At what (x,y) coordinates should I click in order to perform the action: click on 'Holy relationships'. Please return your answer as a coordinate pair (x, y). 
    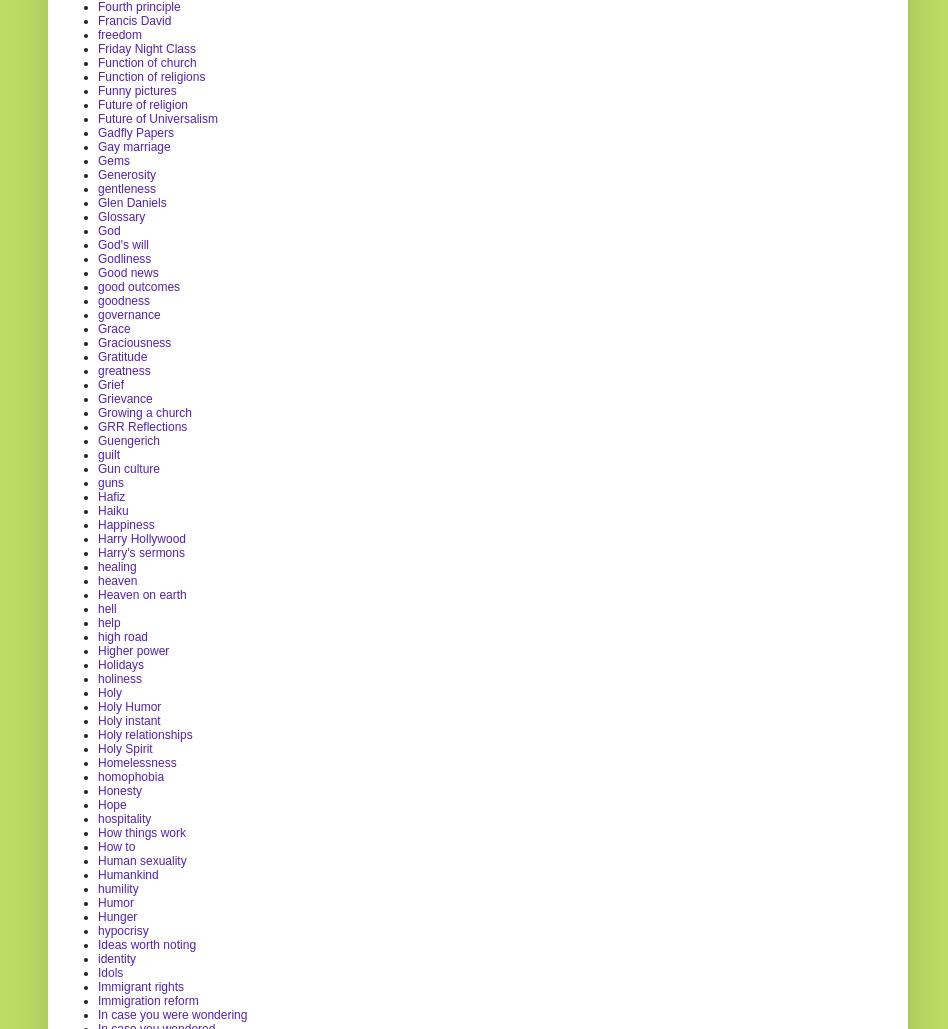
    Looking at the image, I should click on (144, 732).